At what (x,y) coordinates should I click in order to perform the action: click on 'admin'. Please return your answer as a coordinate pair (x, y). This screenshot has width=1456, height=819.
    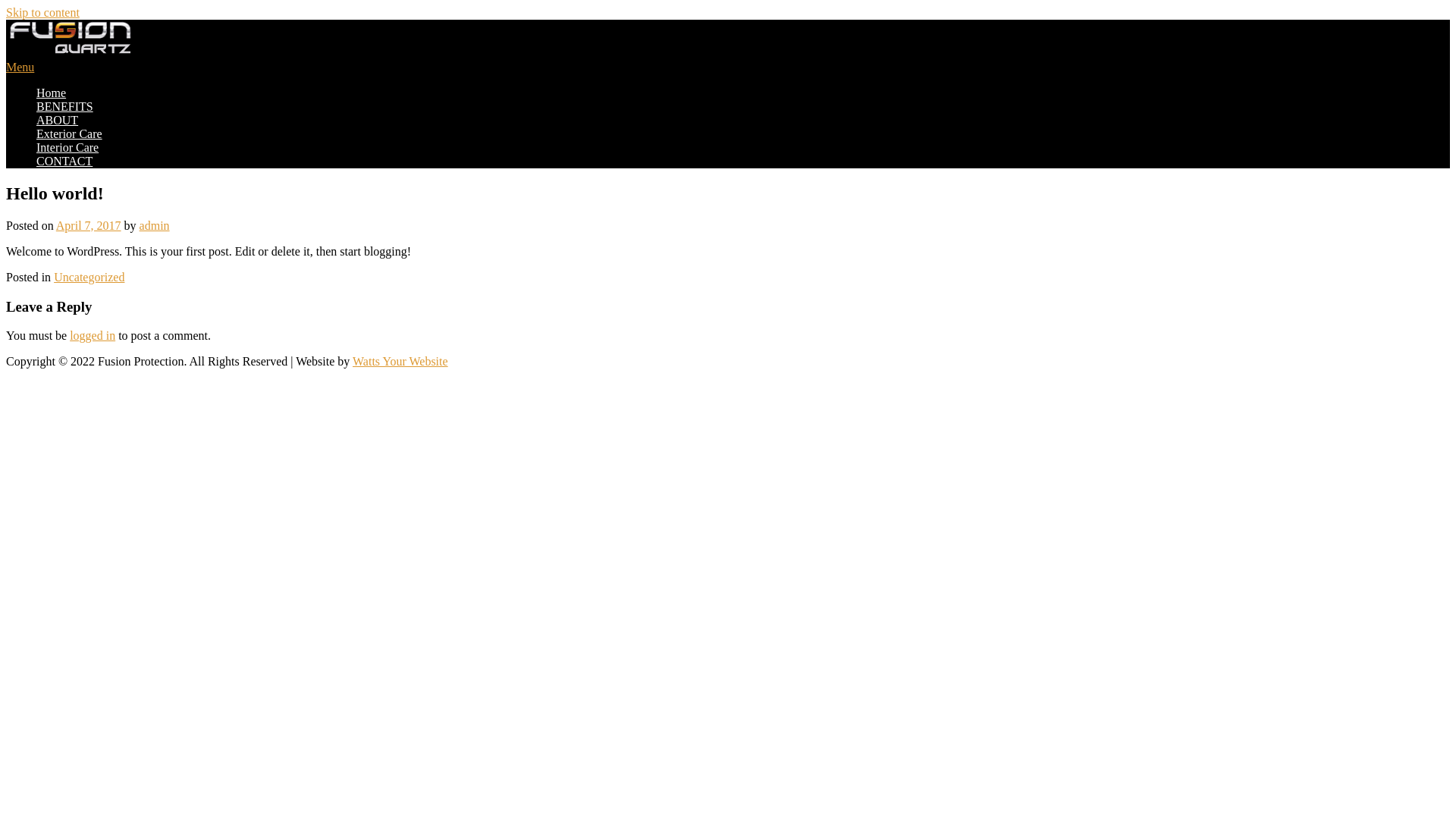
    Looking at the image, I should click on (155, 225).